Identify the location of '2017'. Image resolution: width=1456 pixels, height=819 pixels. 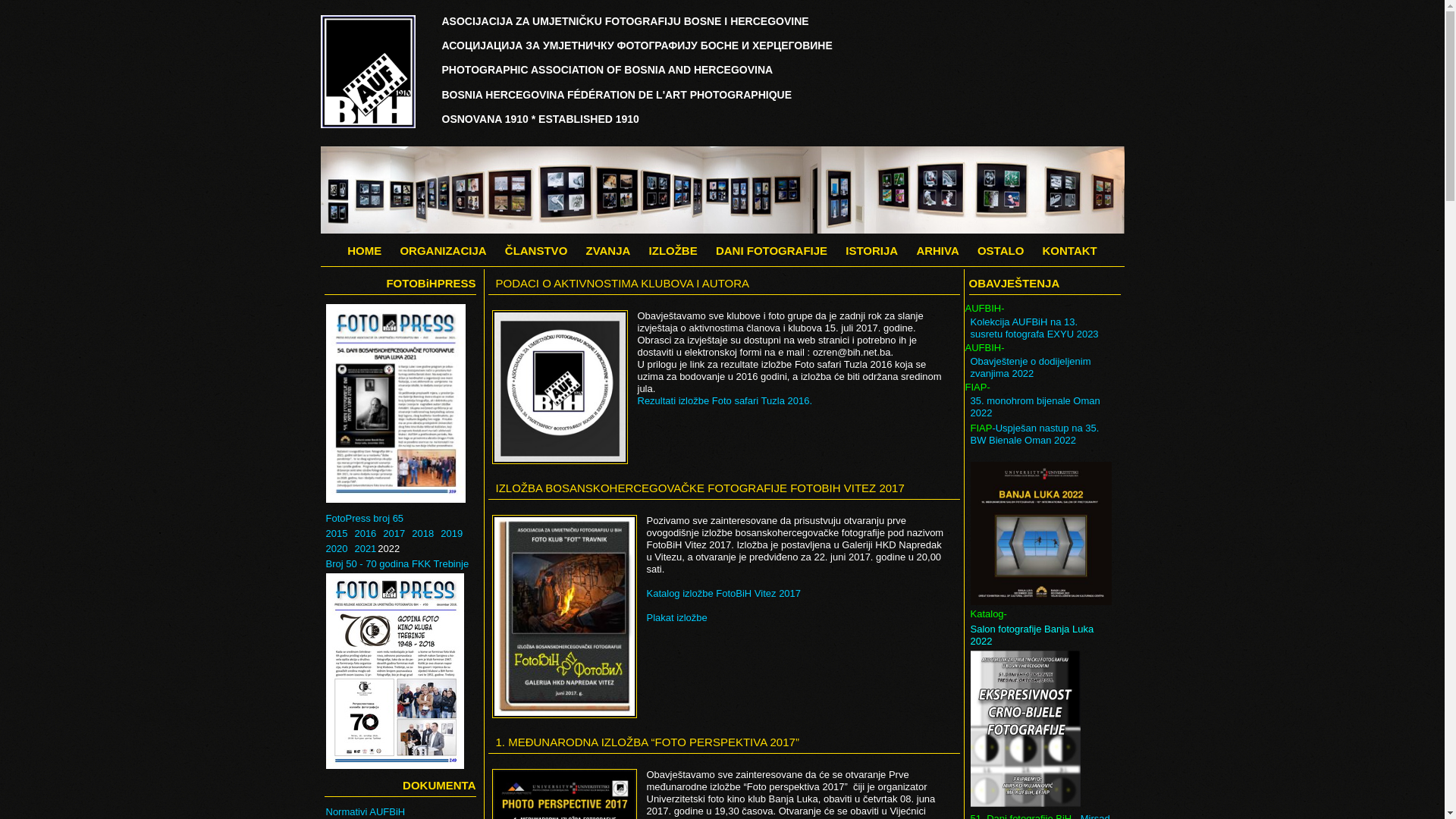
(394, 533).